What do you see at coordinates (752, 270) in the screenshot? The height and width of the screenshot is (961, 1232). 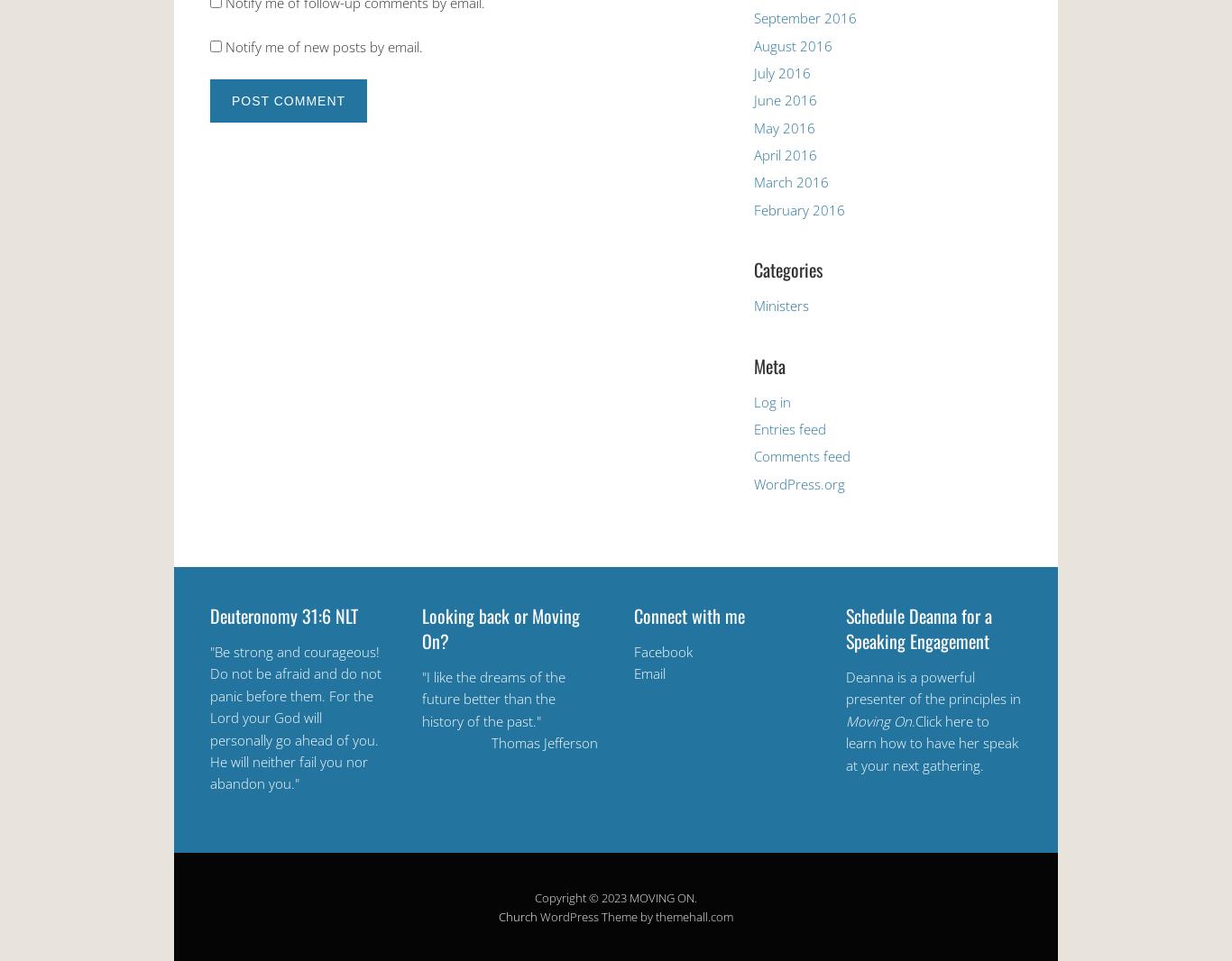 I see `'Categories'` at bounding box center [752, 270].